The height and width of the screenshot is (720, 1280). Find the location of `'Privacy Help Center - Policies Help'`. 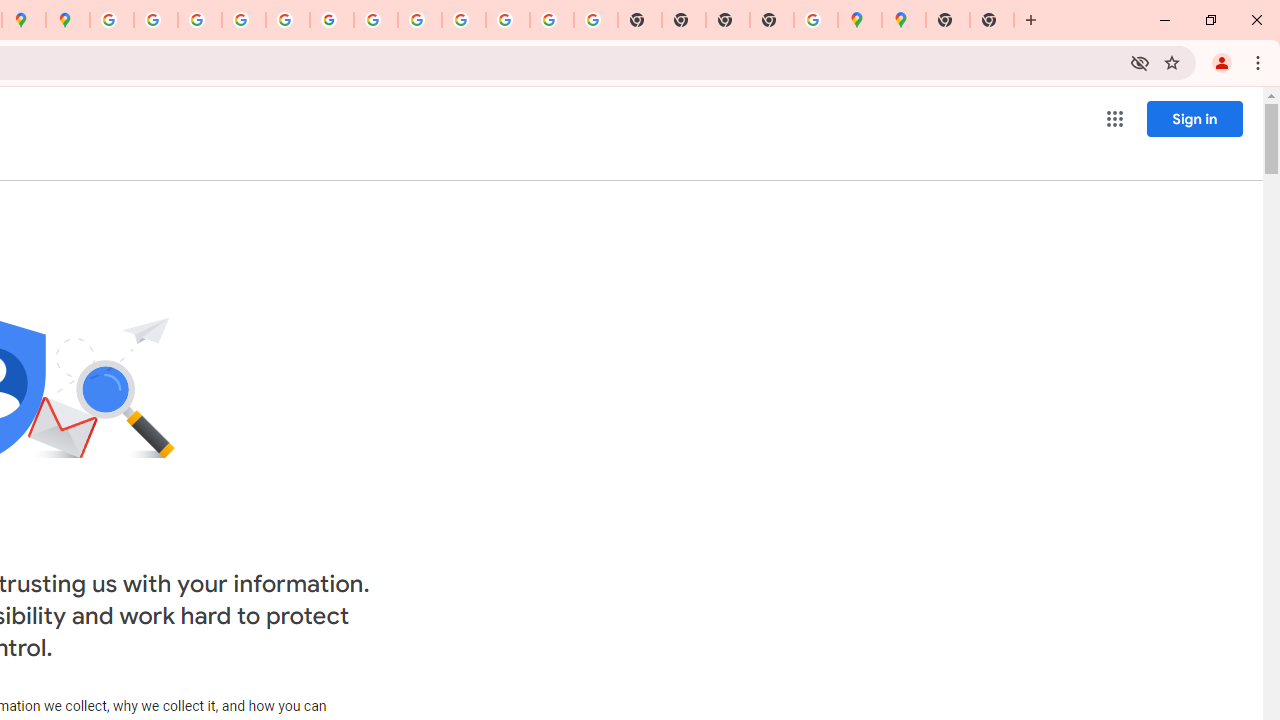

'Privacy Help Center - Policies Help' is located at coordinates (242, 20).